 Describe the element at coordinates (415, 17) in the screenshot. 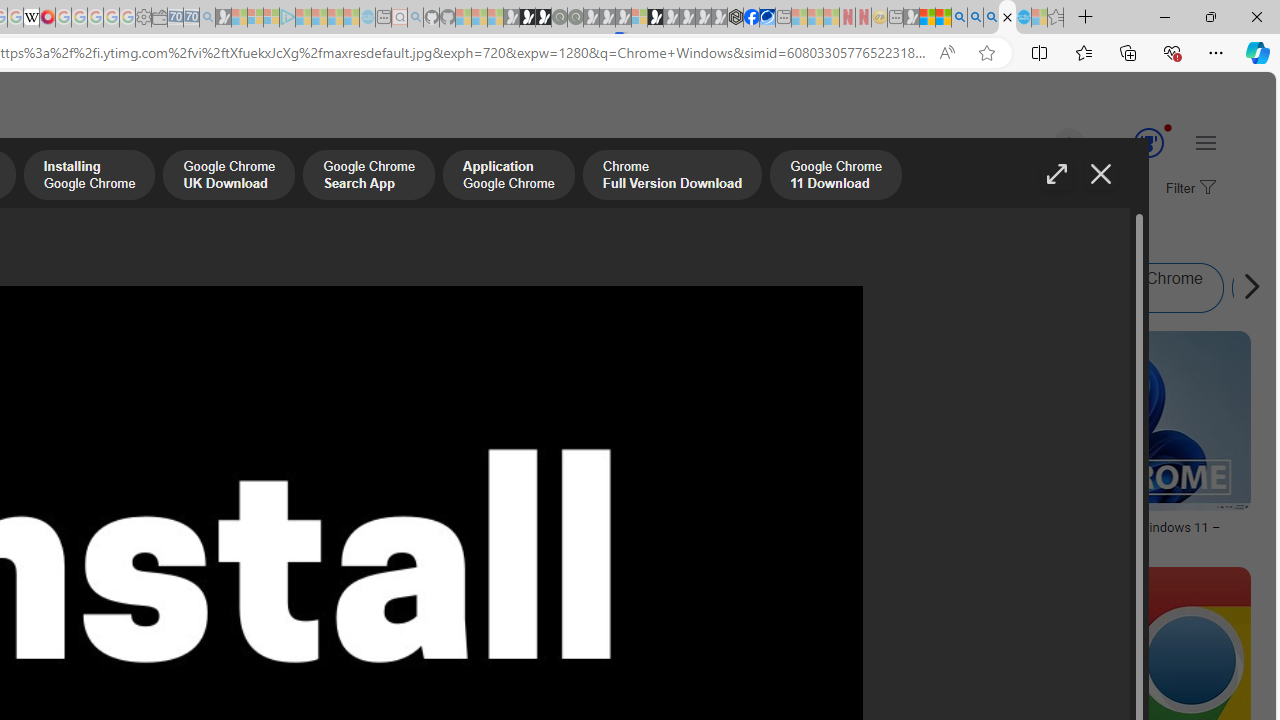

I see `'github - Search - Sleeping'` at that location.